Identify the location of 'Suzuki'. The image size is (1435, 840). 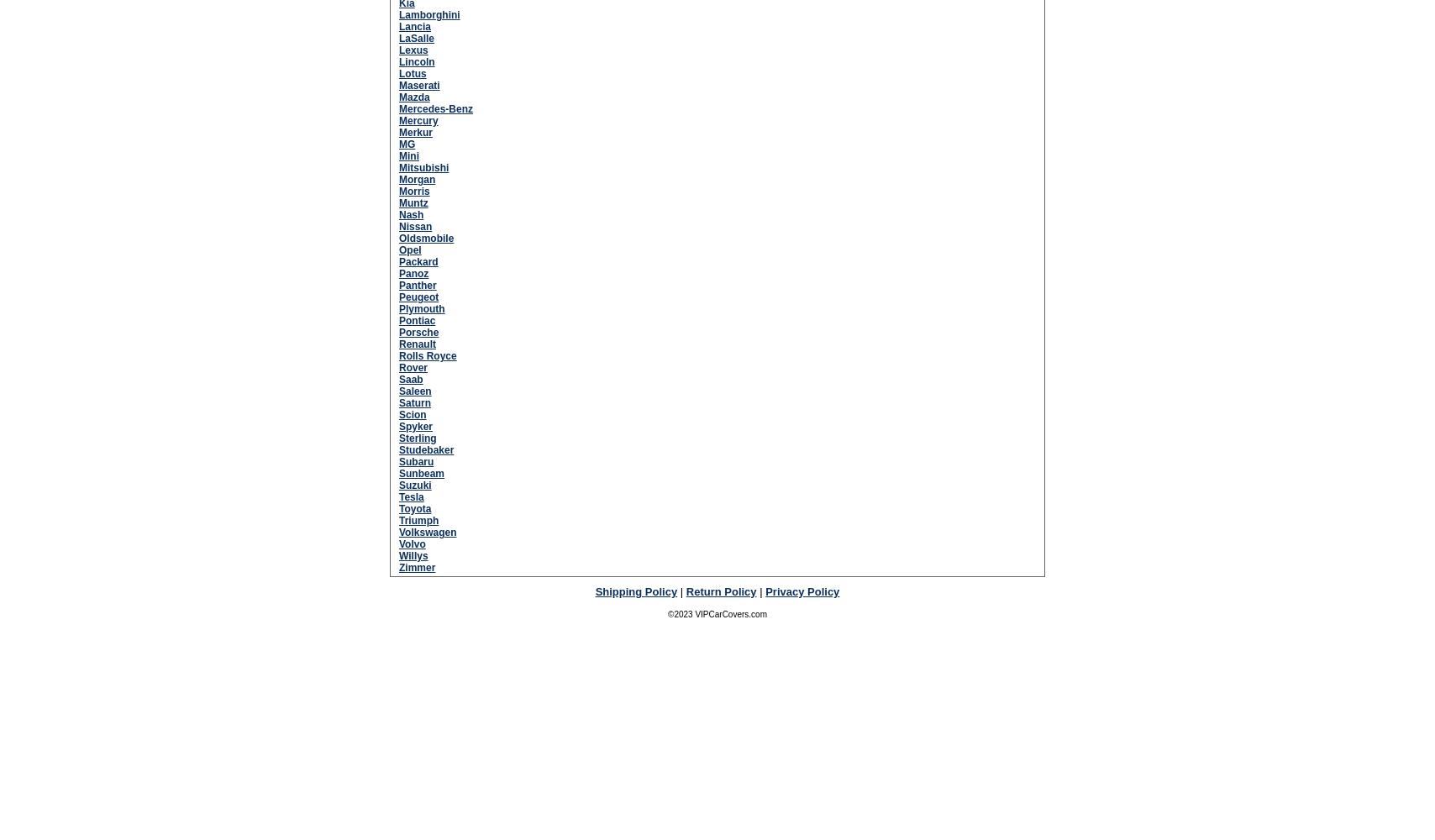
(414, 484).